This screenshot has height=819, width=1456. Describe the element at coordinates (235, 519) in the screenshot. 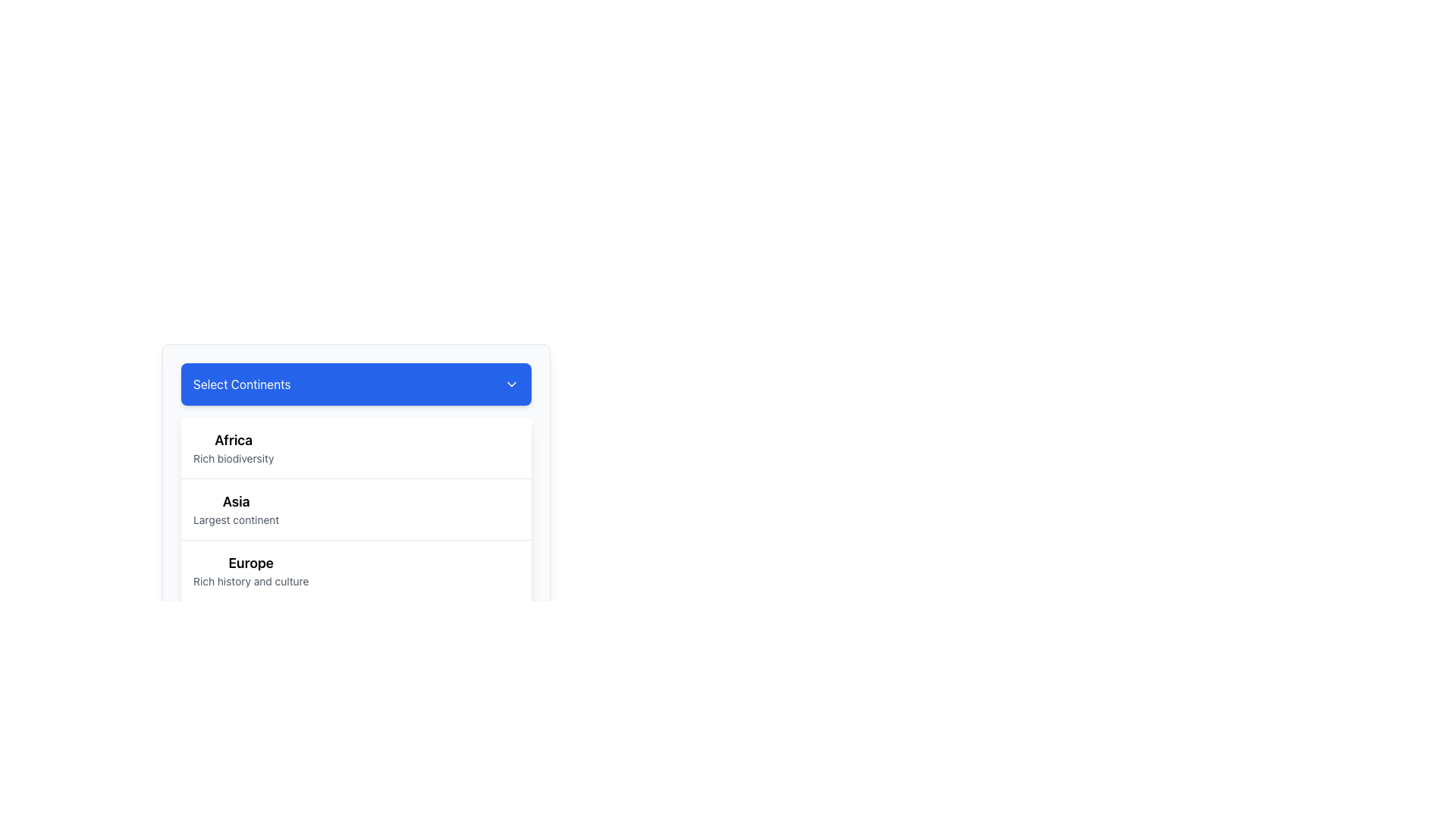

I see `the text label displaying 'Largest continent' in a small, gray font, positioned below 'Asia' in the 'Select Continents' dropdown` at that location.